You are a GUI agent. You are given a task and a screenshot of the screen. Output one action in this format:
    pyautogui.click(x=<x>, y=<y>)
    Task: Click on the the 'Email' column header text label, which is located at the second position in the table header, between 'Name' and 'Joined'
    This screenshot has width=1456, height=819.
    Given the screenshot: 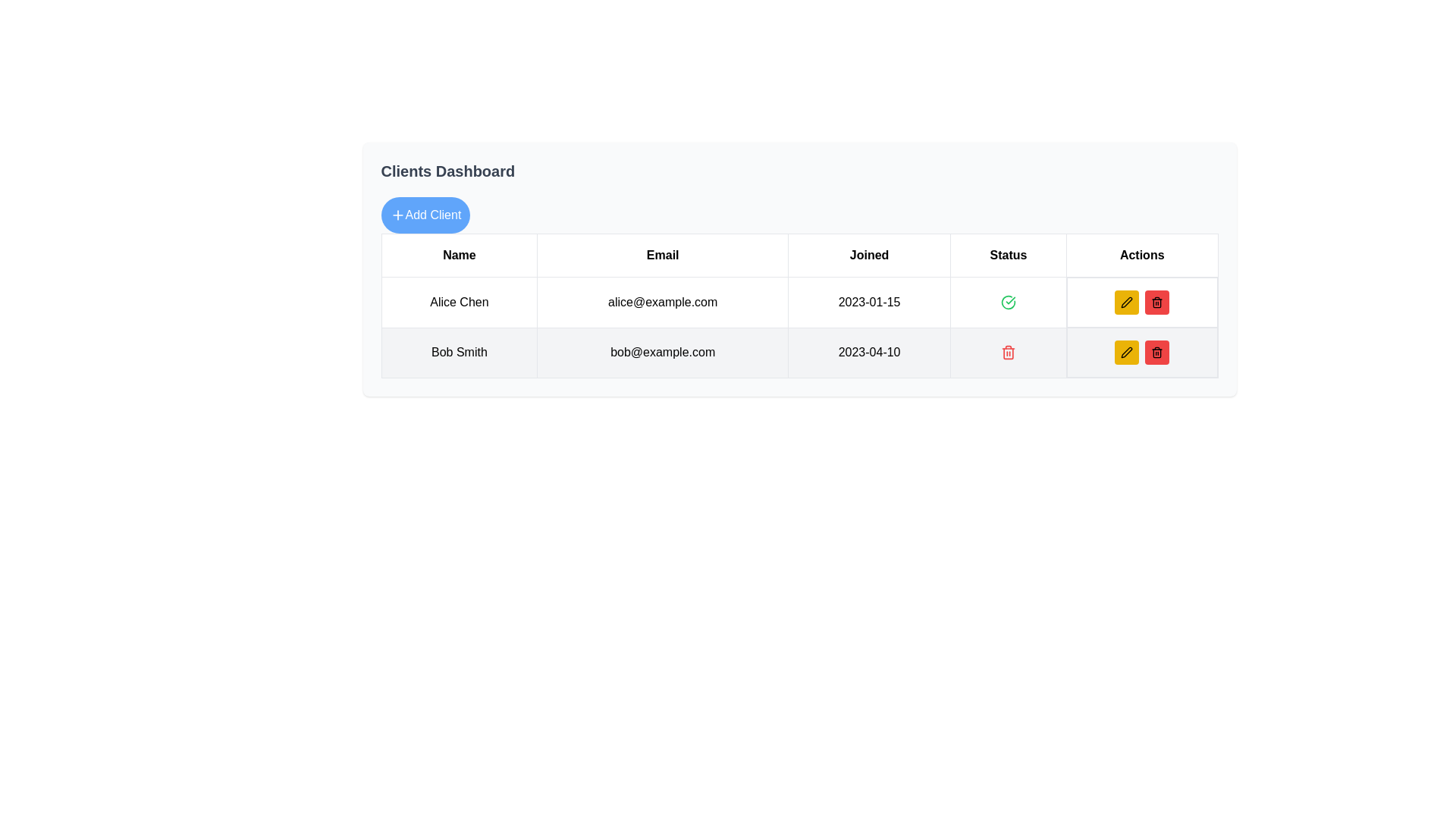 What is the action you would take?
    pyautogui.click(x=663, y=254)
    